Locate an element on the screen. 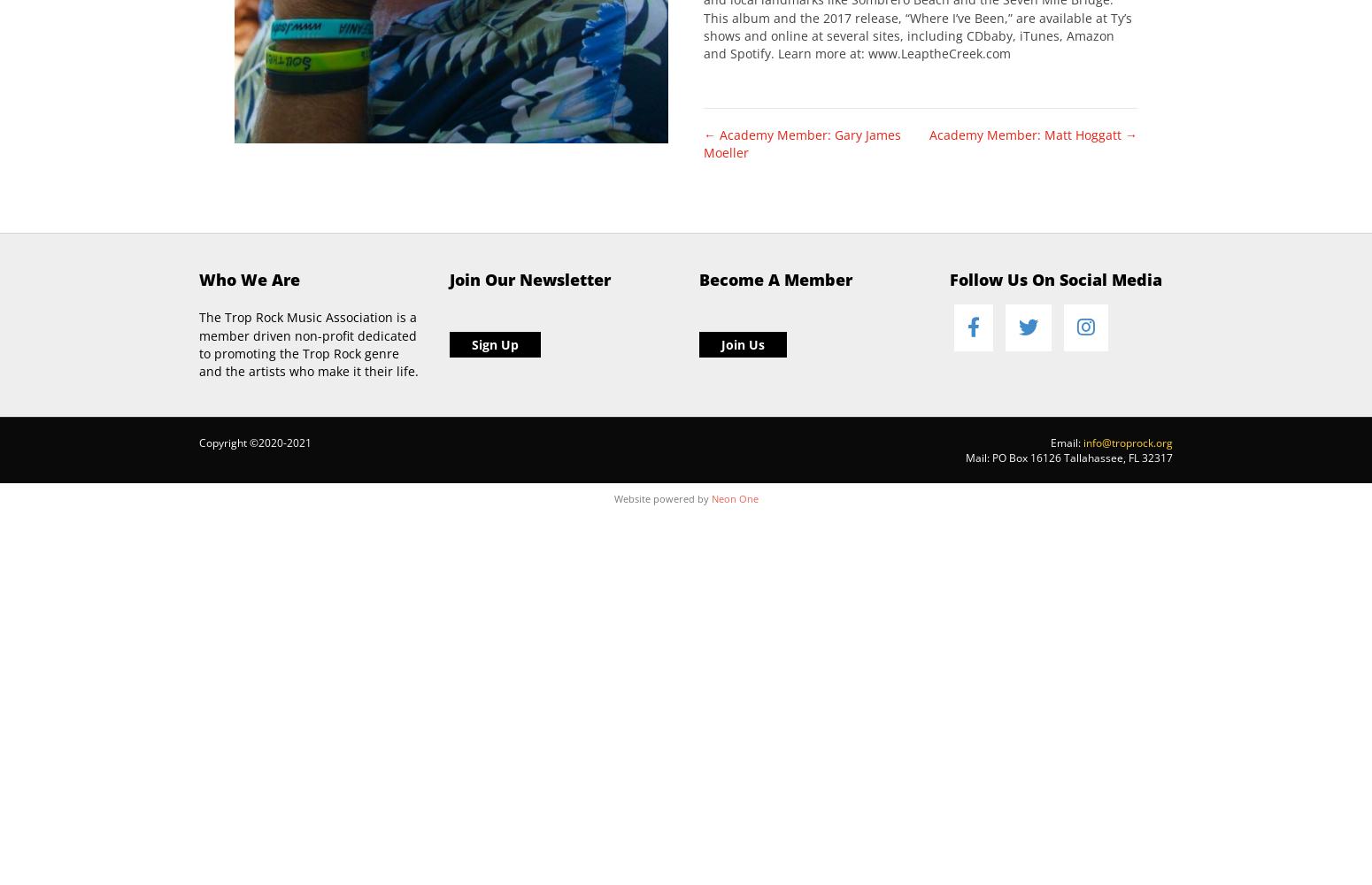  'Academy Member: Matt Hoggatt →' is located at coordinates (1033, 134).